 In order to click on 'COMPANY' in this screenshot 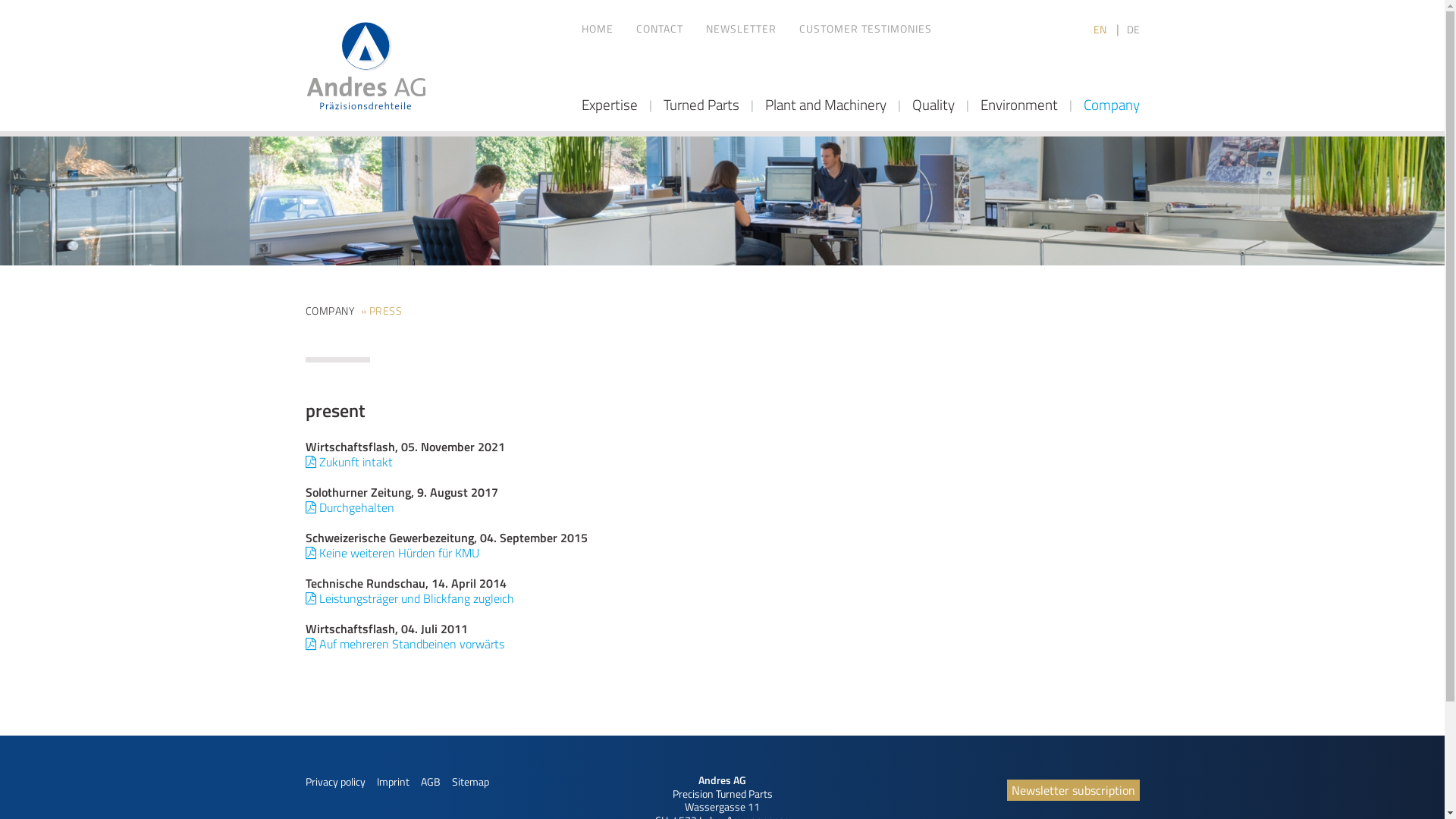, I will do `click(328, 309)`.